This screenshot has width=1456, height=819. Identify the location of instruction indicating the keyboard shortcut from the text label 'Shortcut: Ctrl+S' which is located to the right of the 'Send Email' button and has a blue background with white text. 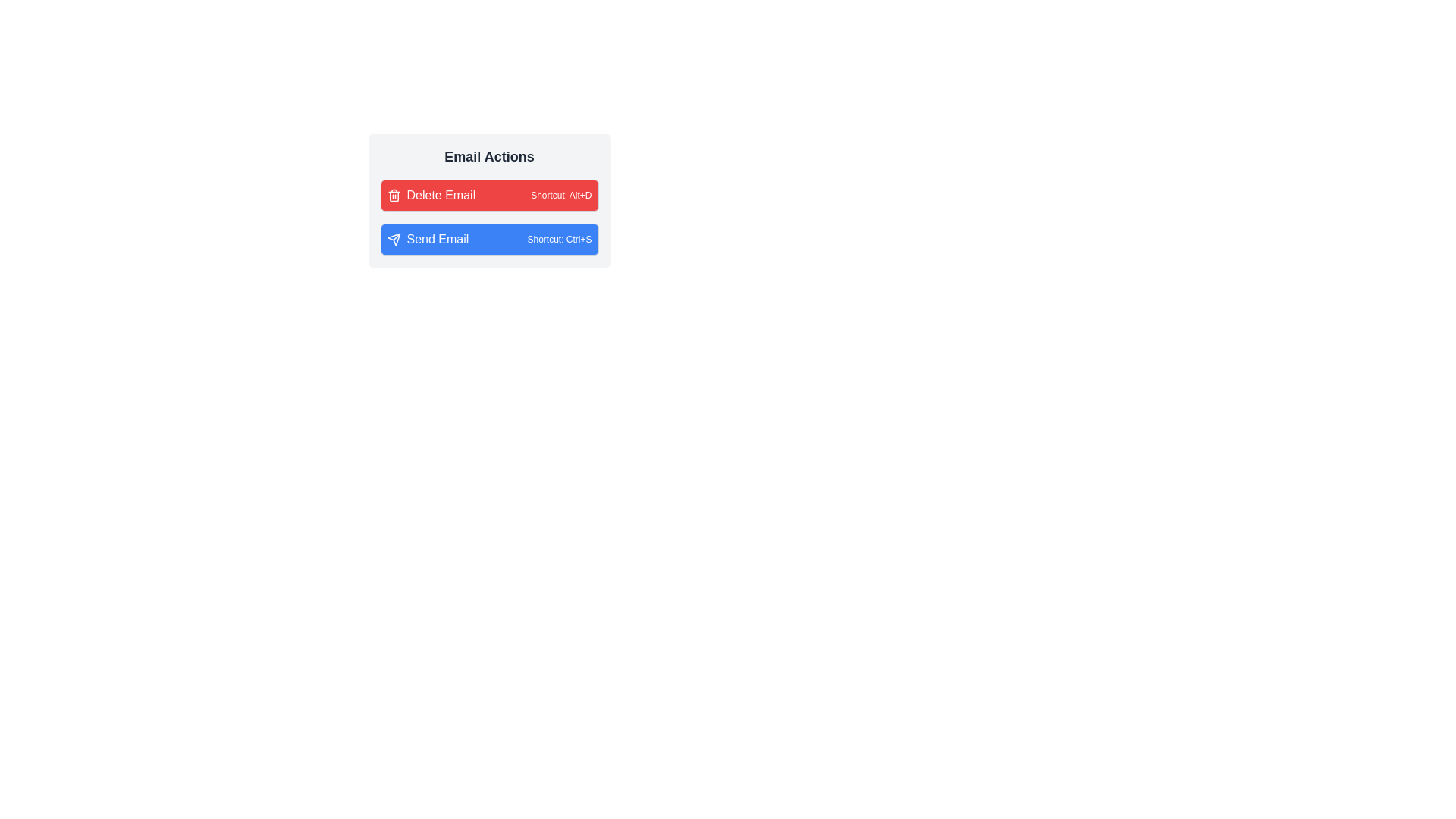
(559, 239).